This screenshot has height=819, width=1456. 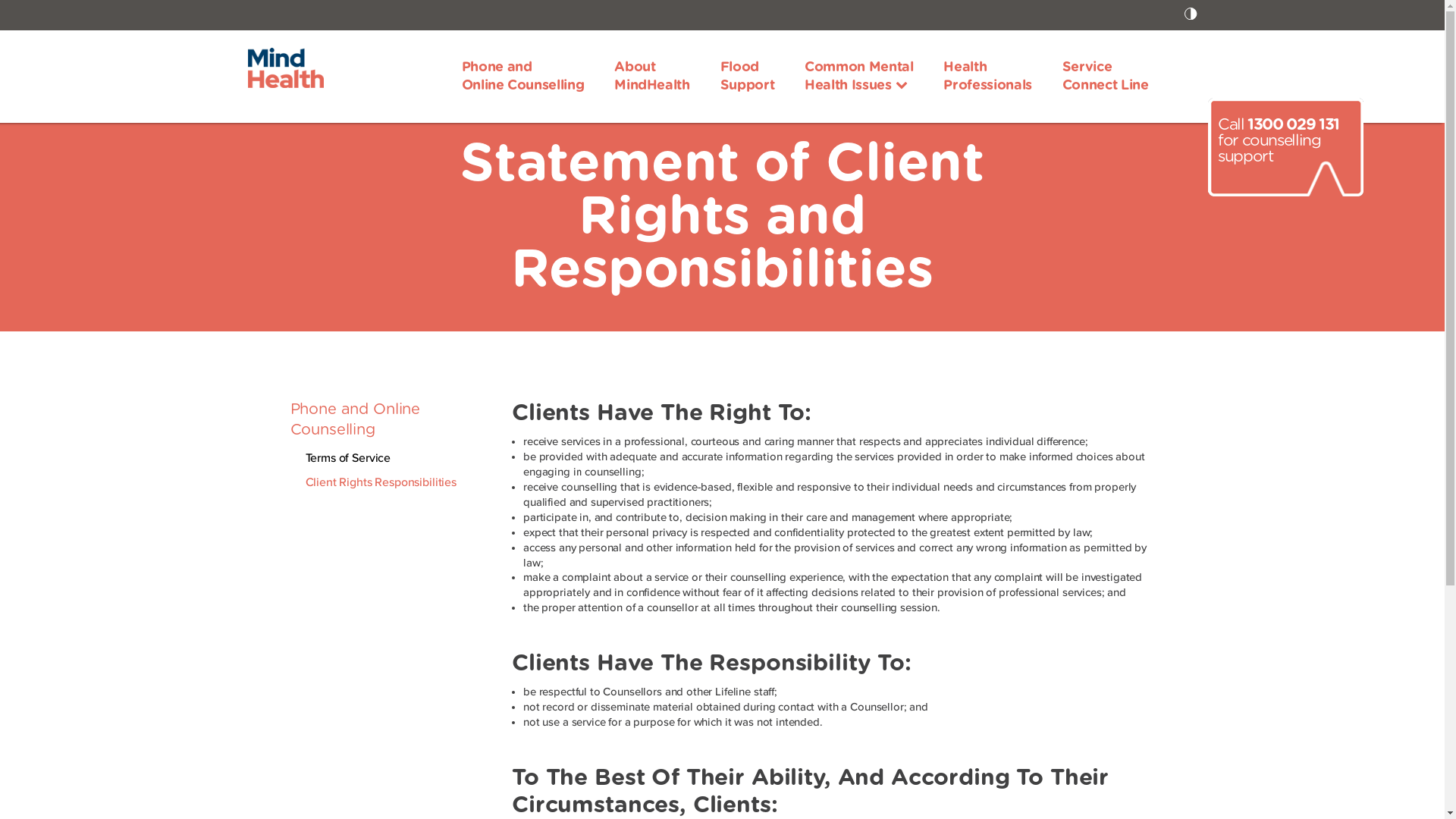 What do you see at coordinates (304, 458) in the screenshot?
I see `'Terms of Service'` at bounding box center [304, 458].